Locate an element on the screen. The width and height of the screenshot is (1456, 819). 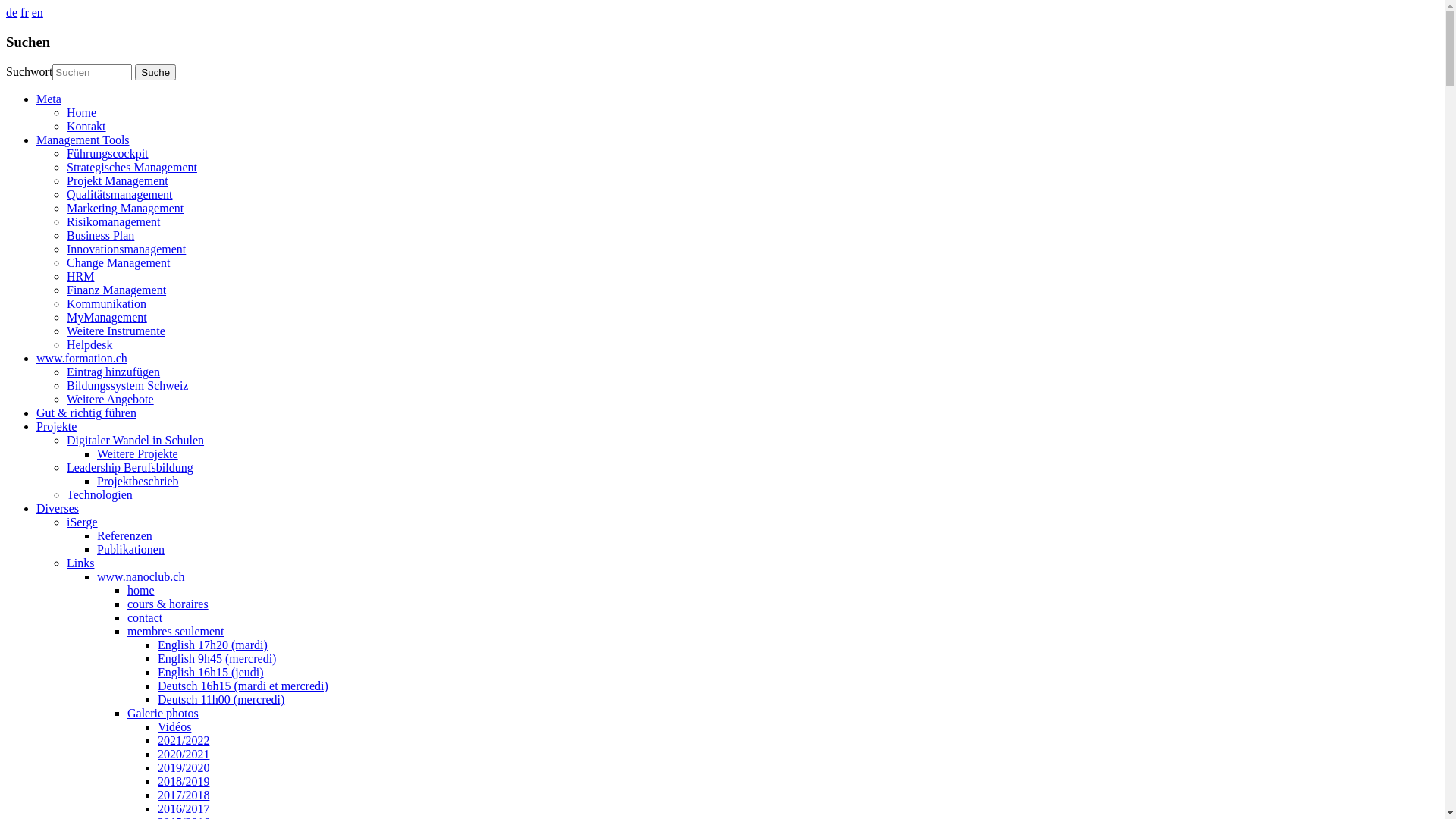
'Kontakt' is located at coordinates (86, 125).